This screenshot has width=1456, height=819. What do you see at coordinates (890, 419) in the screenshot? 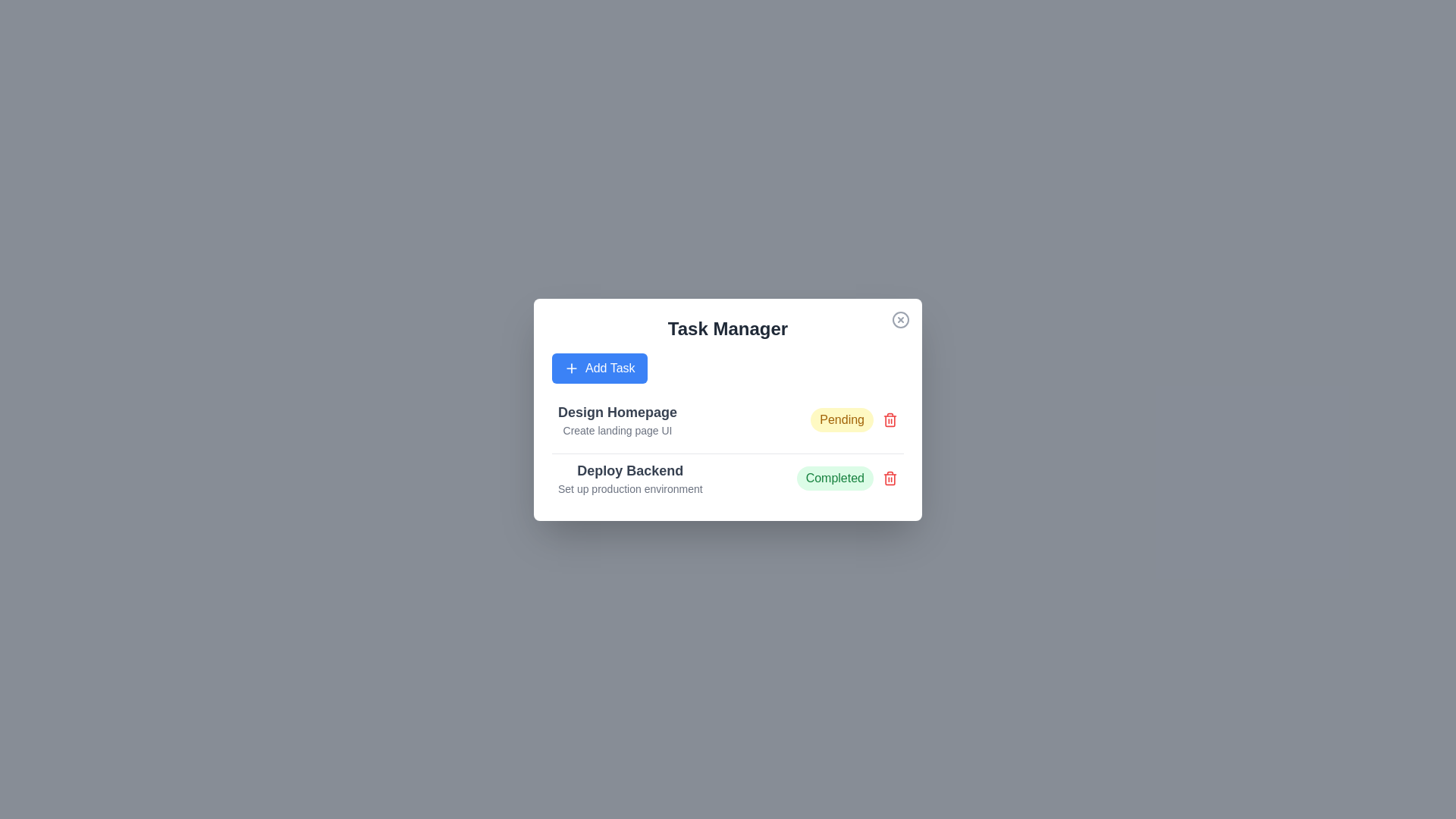
I see `the red trash can icon button located to the immediate right of the 'Pending' status label in the top task of the 'Task Manager' section` at bounding box center [890, 419].